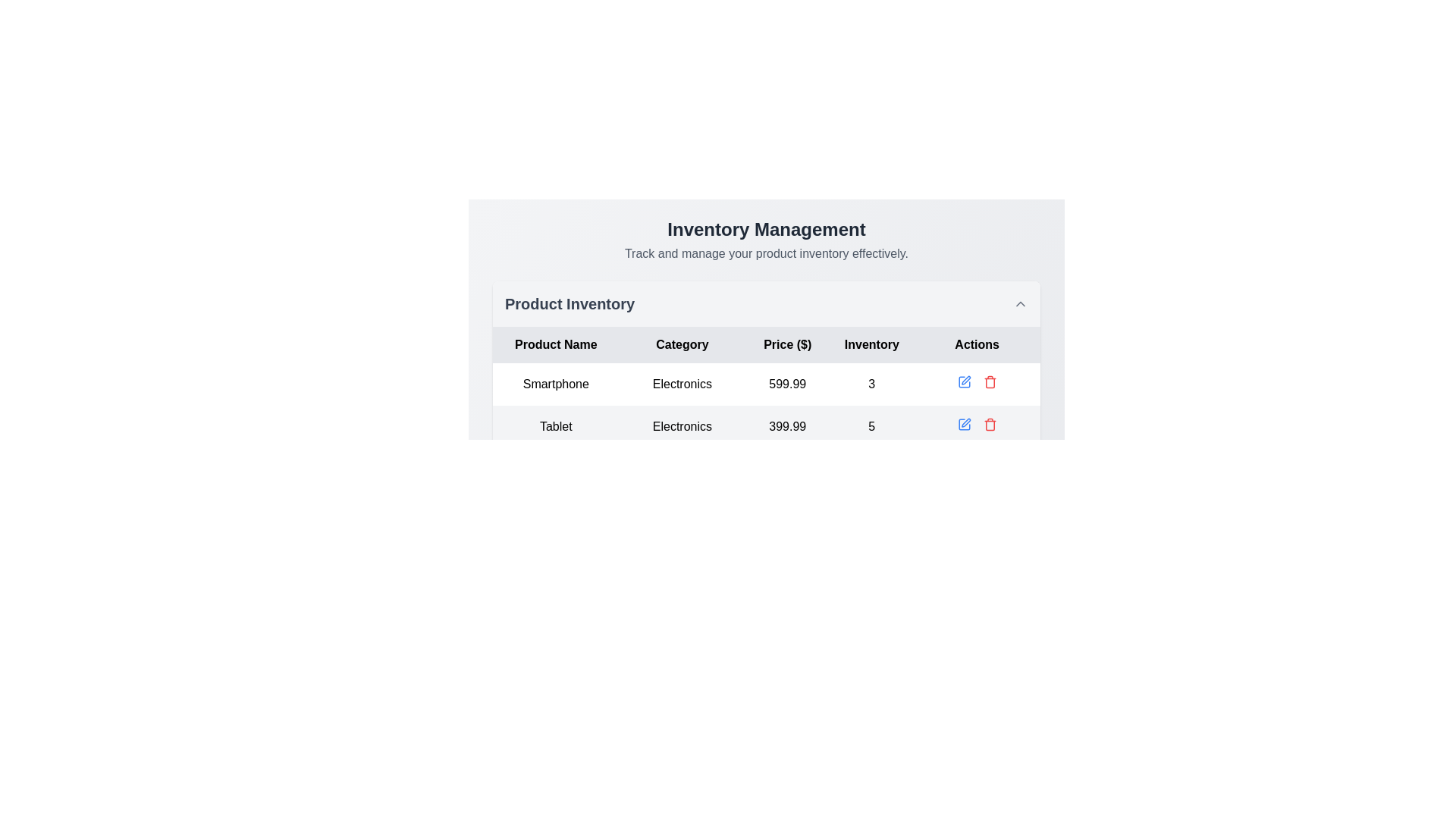 This screenshot has width=1456, height=819. What do you see at coordinates (681, 345) in the screenshot?
I see `the 'Category' label, which is a rectangular label with bold black text on a light gray background, located in the second column of the table header` at bounding box center [681, 345].